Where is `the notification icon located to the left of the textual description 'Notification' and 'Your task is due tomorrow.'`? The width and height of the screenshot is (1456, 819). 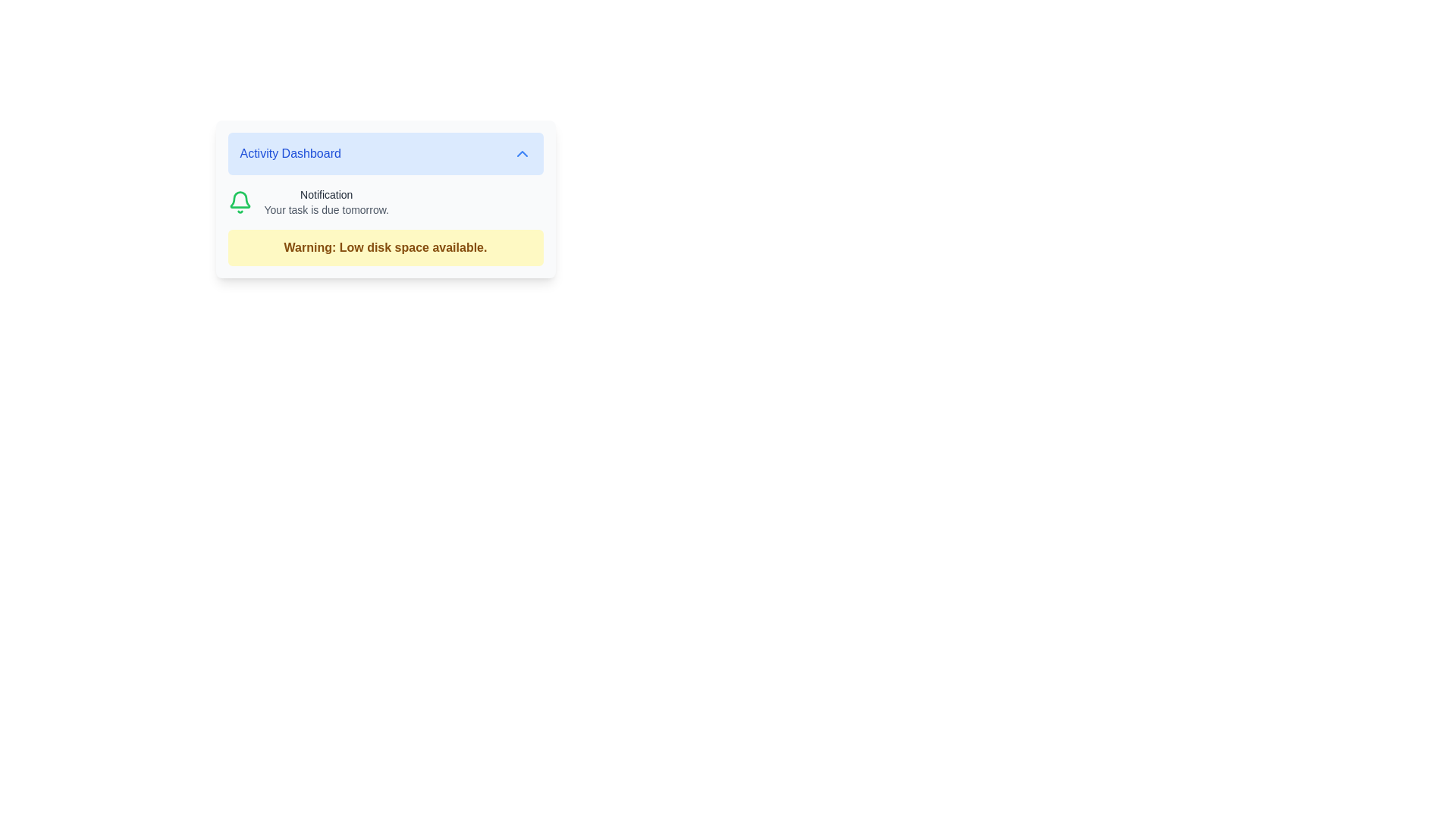 the notification icon located to the left of the textual description 'Notification' and 'Your task is due tomorrow.' is located at coordinates (239, 201).